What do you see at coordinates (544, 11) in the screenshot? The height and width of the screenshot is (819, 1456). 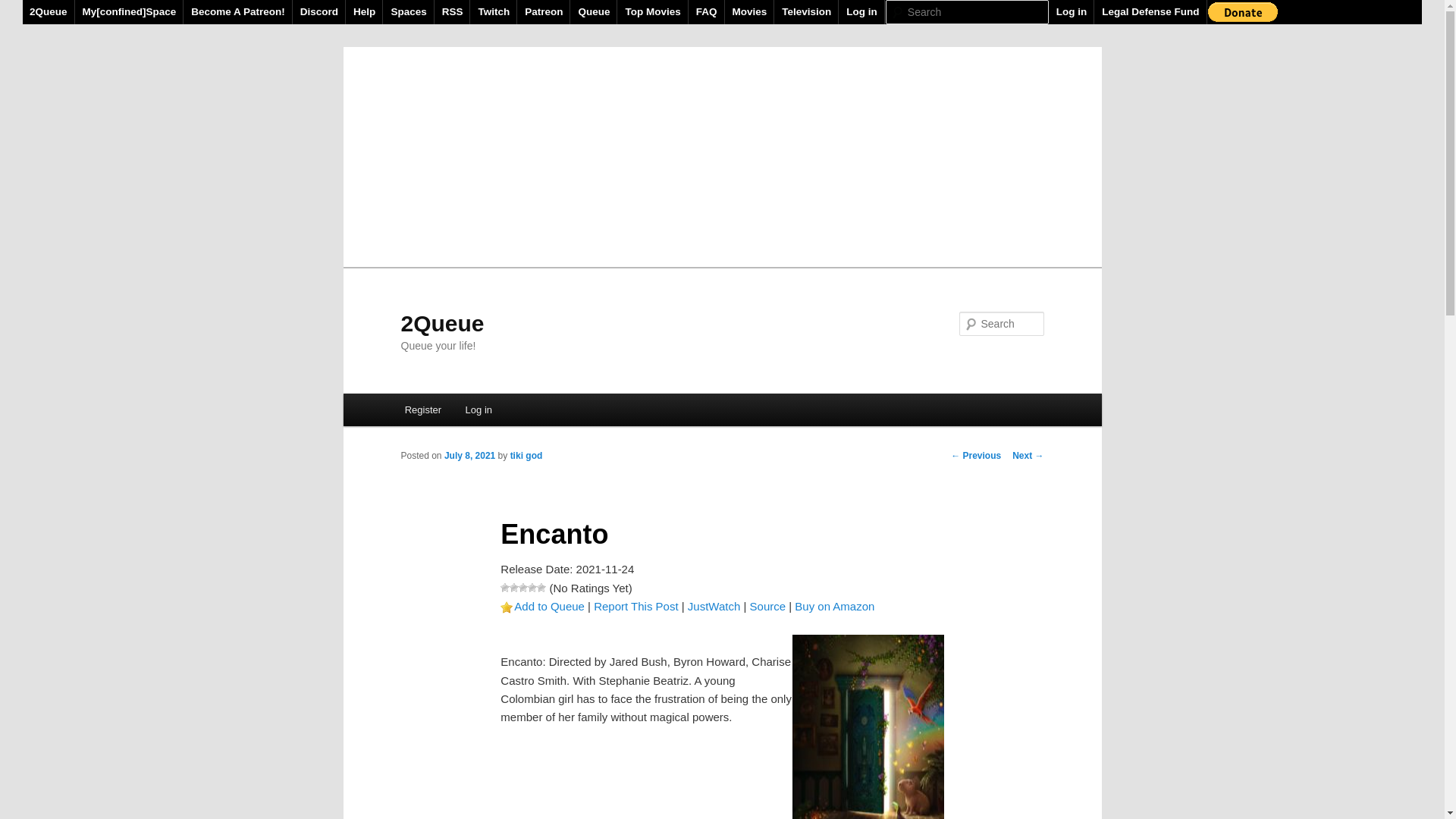 I see `'Patreon'` at bounding box center [544, 11].